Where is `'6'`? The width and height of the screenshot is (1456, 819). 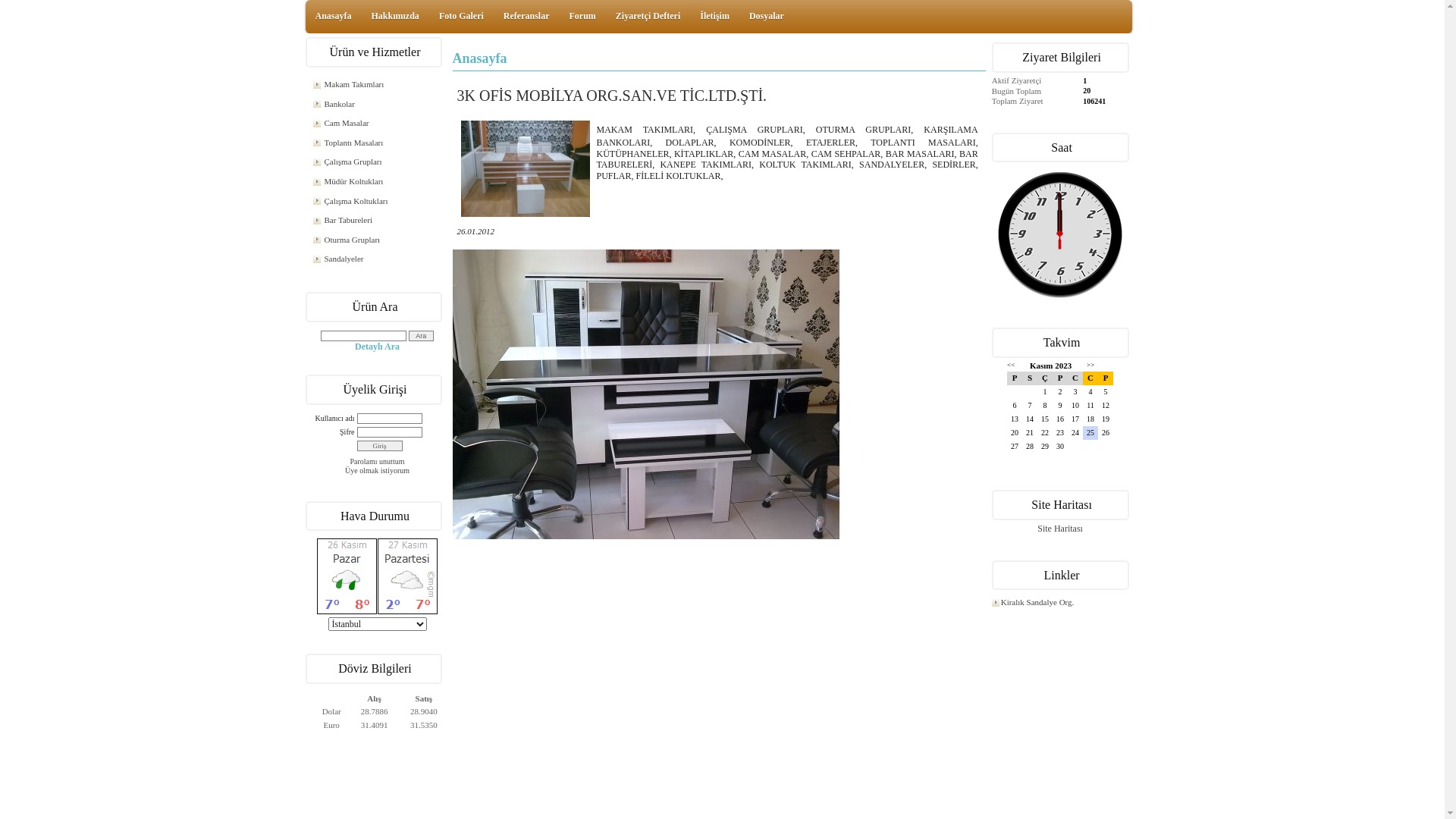 '6' is located at coordinates (1015, 405).